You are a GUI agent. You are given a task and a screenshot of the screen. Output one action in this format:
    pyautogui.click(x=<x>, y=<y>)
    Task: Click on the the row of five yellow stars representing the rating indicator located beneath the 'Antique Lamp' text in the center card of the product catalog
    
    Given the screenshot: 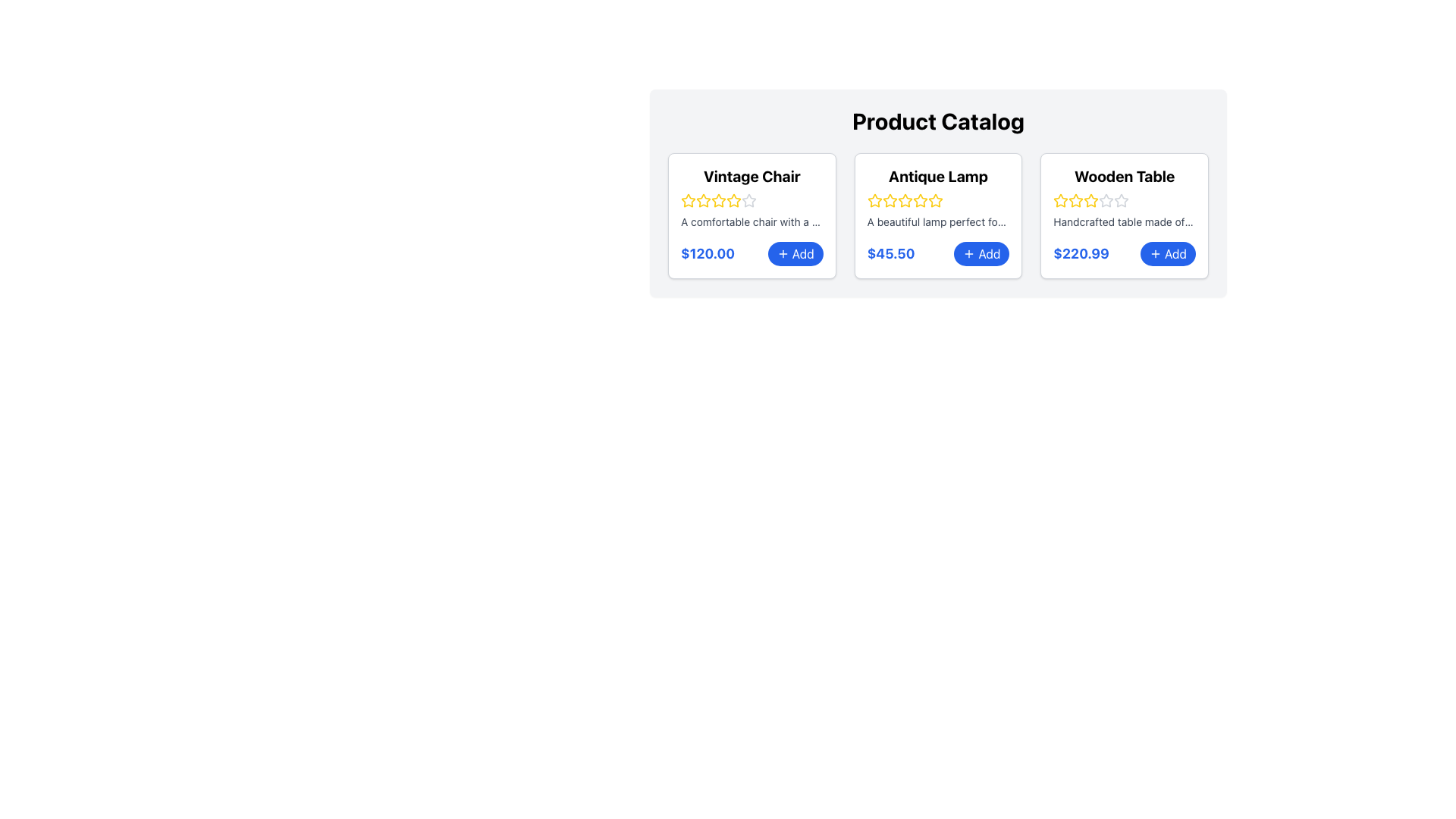 What is the action you would take?
    pyautogui.click(x=937, y=200)
    